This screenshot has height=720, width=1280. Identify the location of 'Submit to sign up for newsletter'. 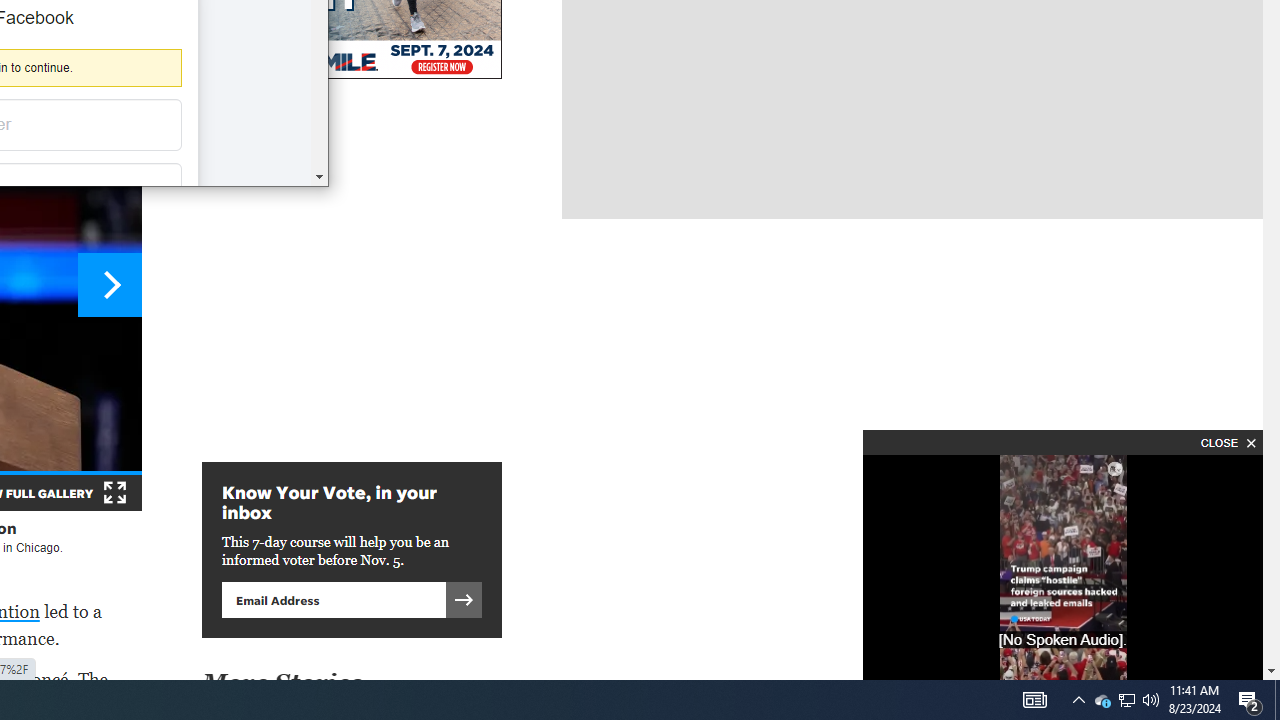
(463, 598).